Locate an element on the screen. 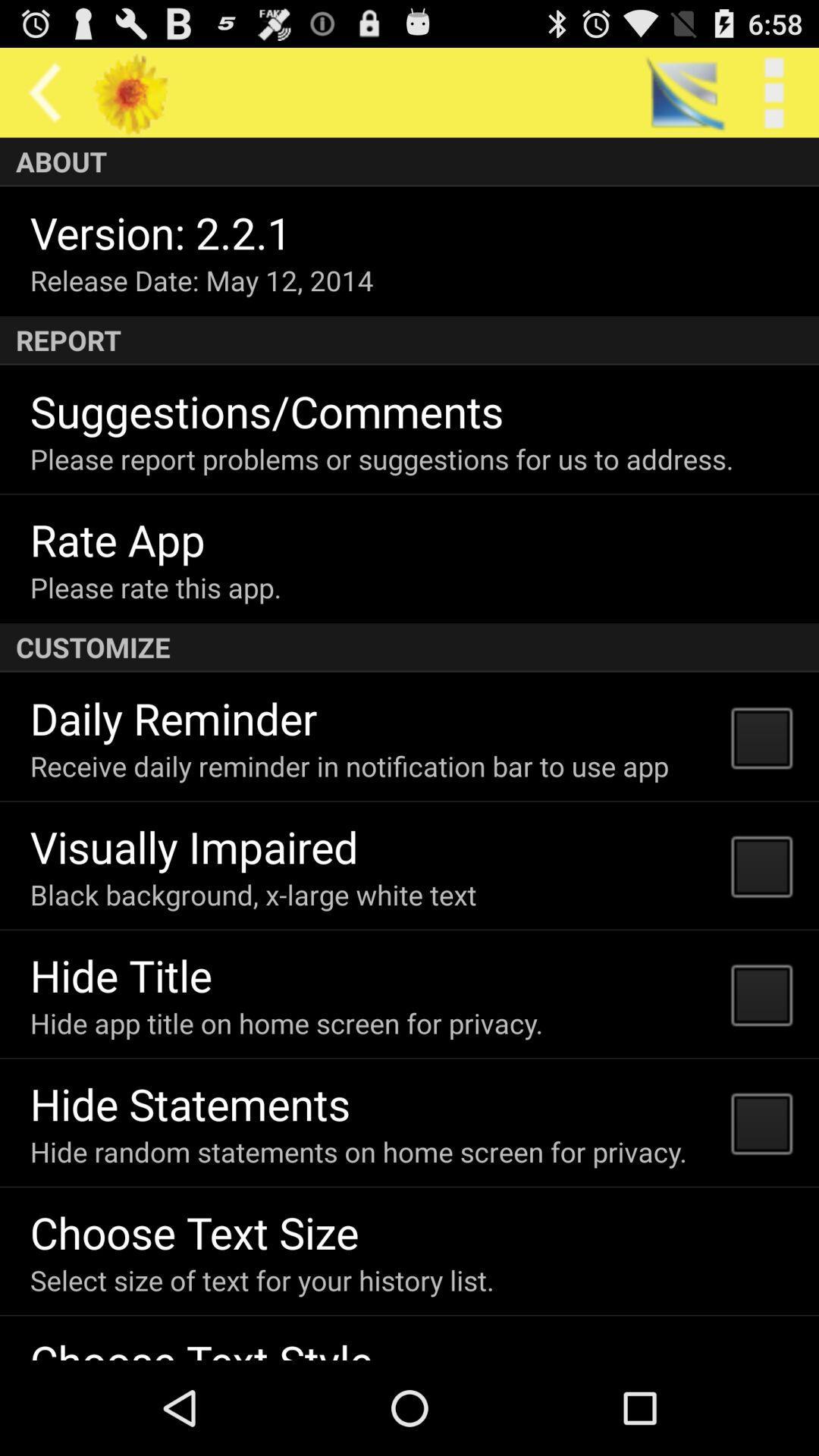  app below choose text size app is located at coordinates (261, 1279).